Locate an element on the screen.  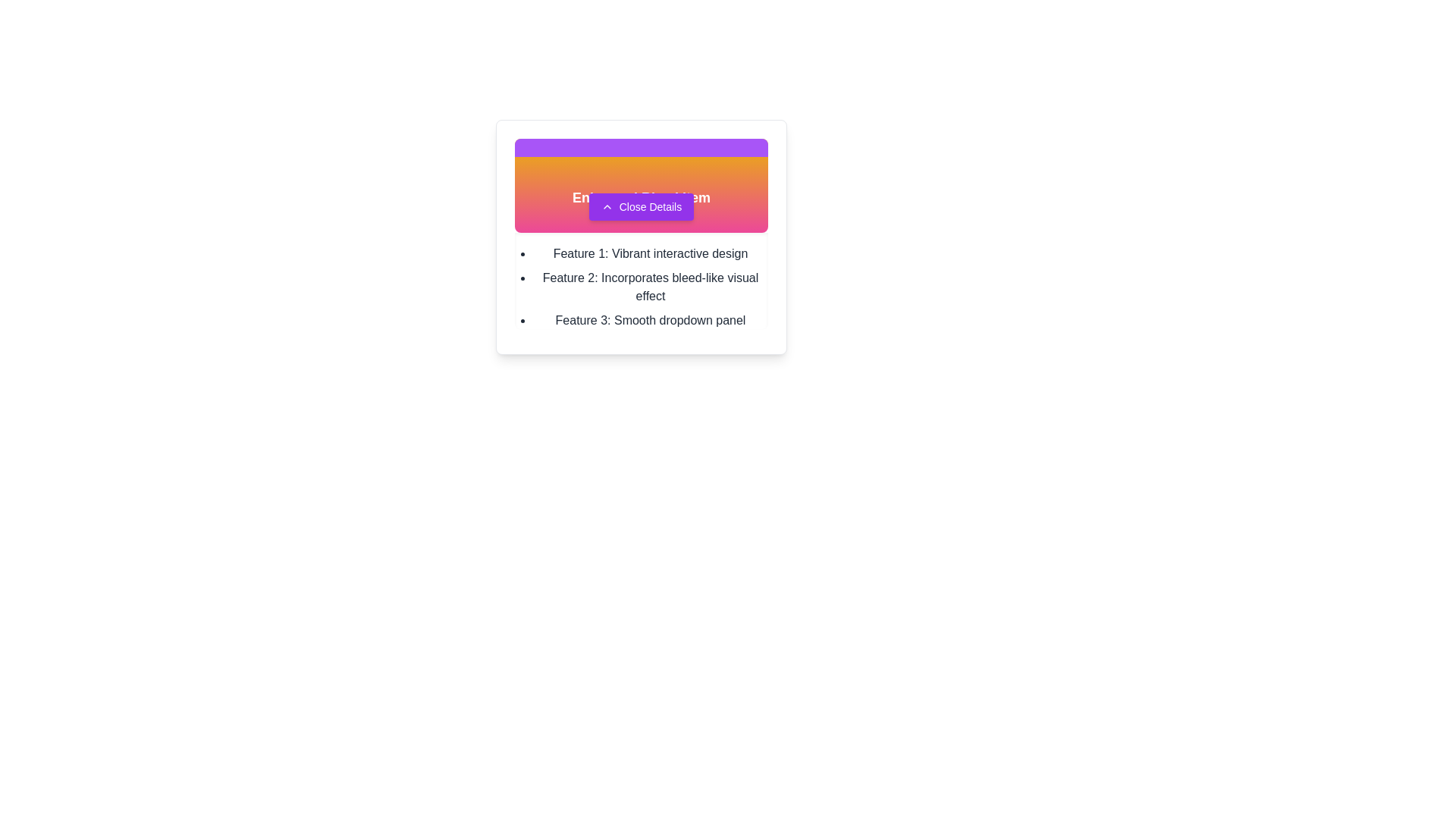
the textual list item reading 'Feature 3: Smooth dropdown panel', which is the third item in a bullet-point list is located at coordinates (651, 320).